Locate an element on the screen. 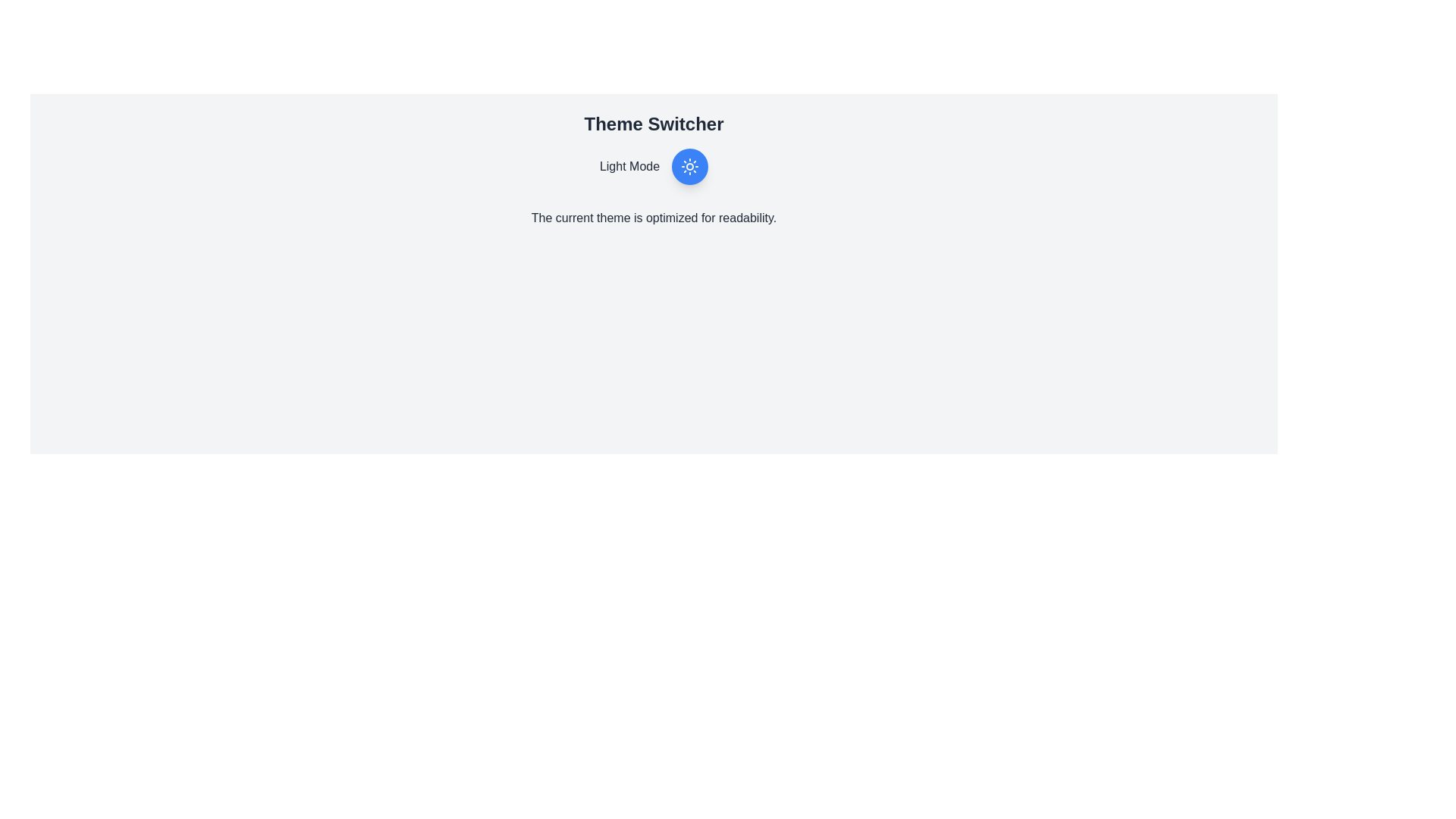 Image resolution: width=1456 pixels, height=819 pixels. button to toggle the theme is located at coordinates (689, 166).